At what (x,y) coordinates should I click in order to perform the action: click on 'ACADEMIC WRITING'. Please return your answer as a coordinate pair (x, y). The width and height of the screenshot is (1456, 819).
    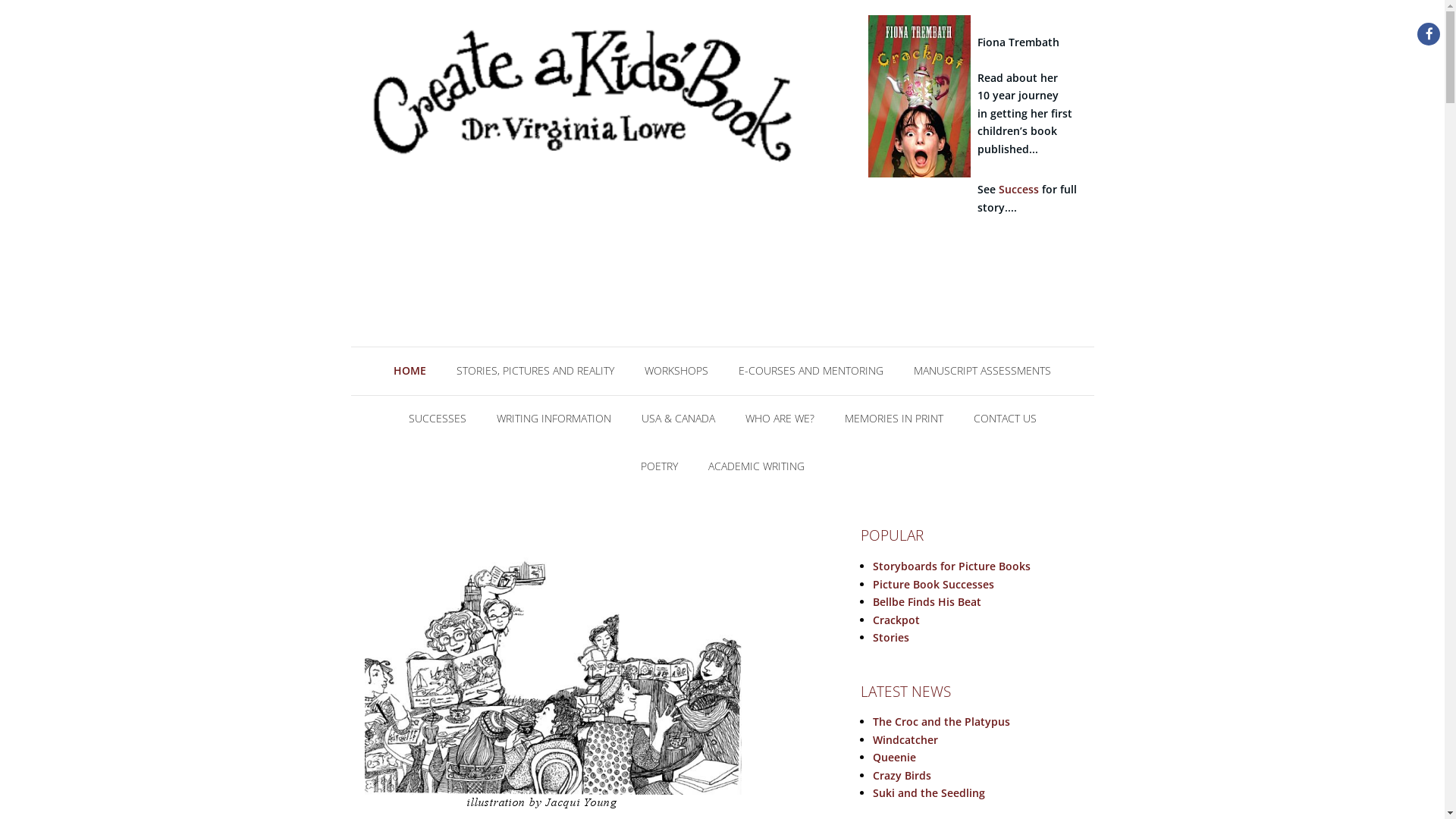
    Looking at the image, I should click on (692, 463).